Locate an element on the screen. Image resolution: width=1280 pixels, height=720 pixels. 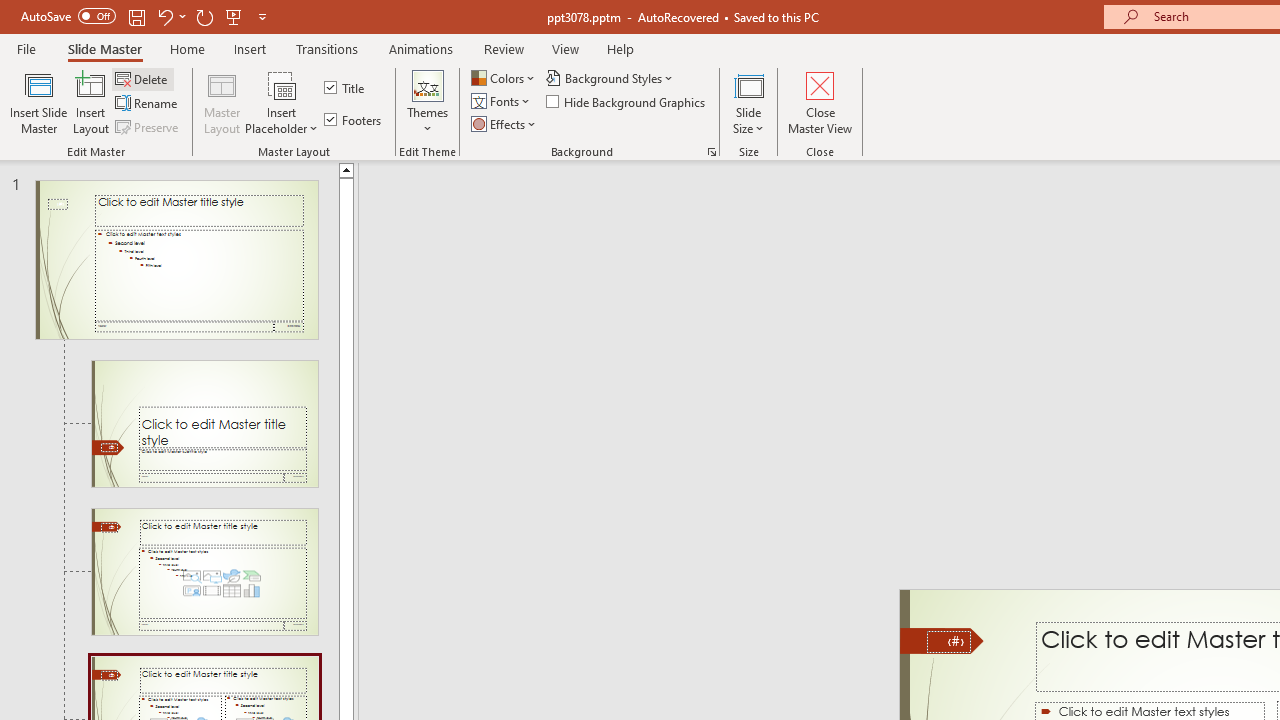
'Hide Background Graphics' is located at coordinates (626, 101).